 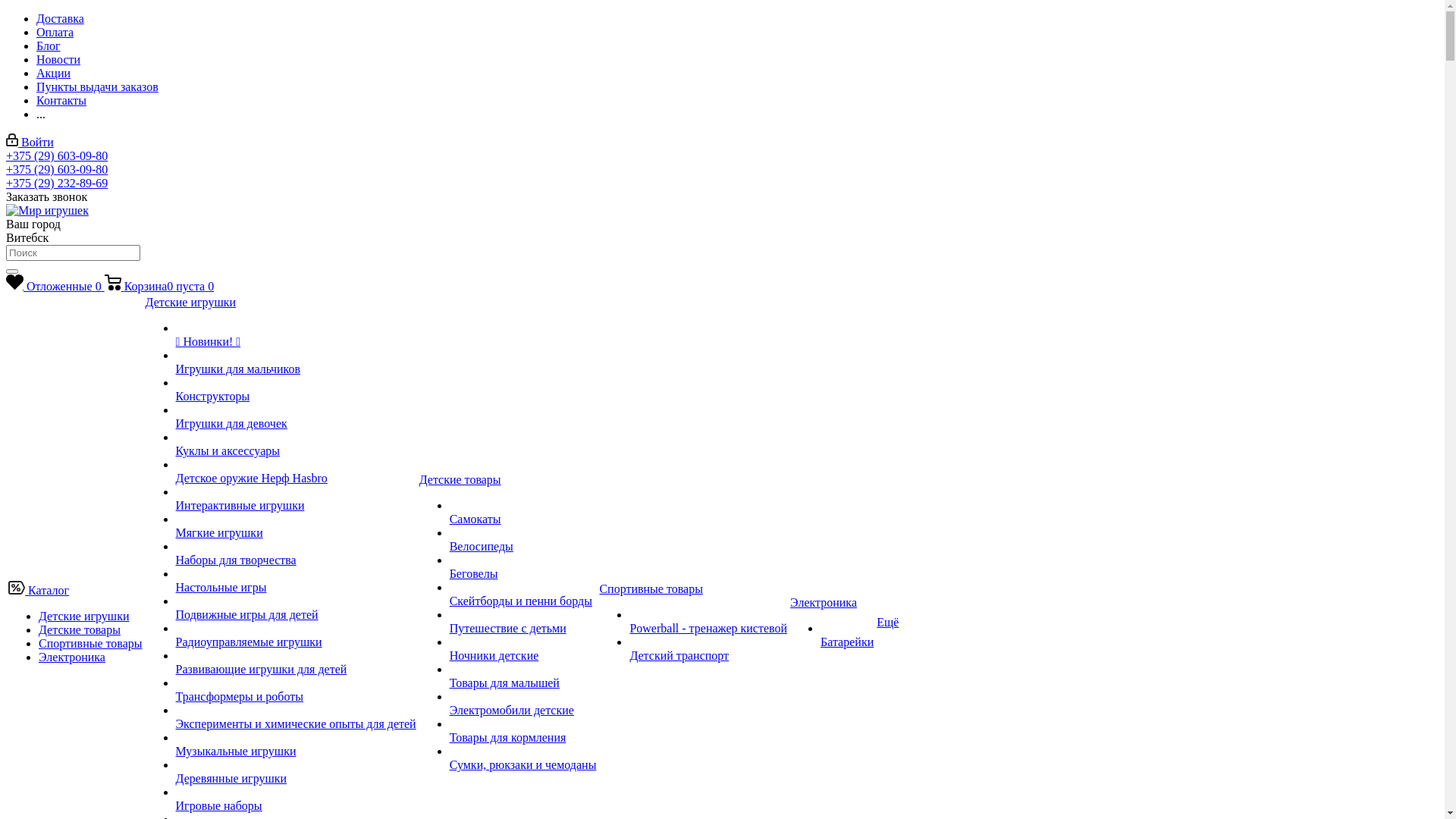 What do you see at coordinates (6, 169) in the screenshot?
I see `'+375 (29) 603-09-80'` at bounding box center [6, 169].